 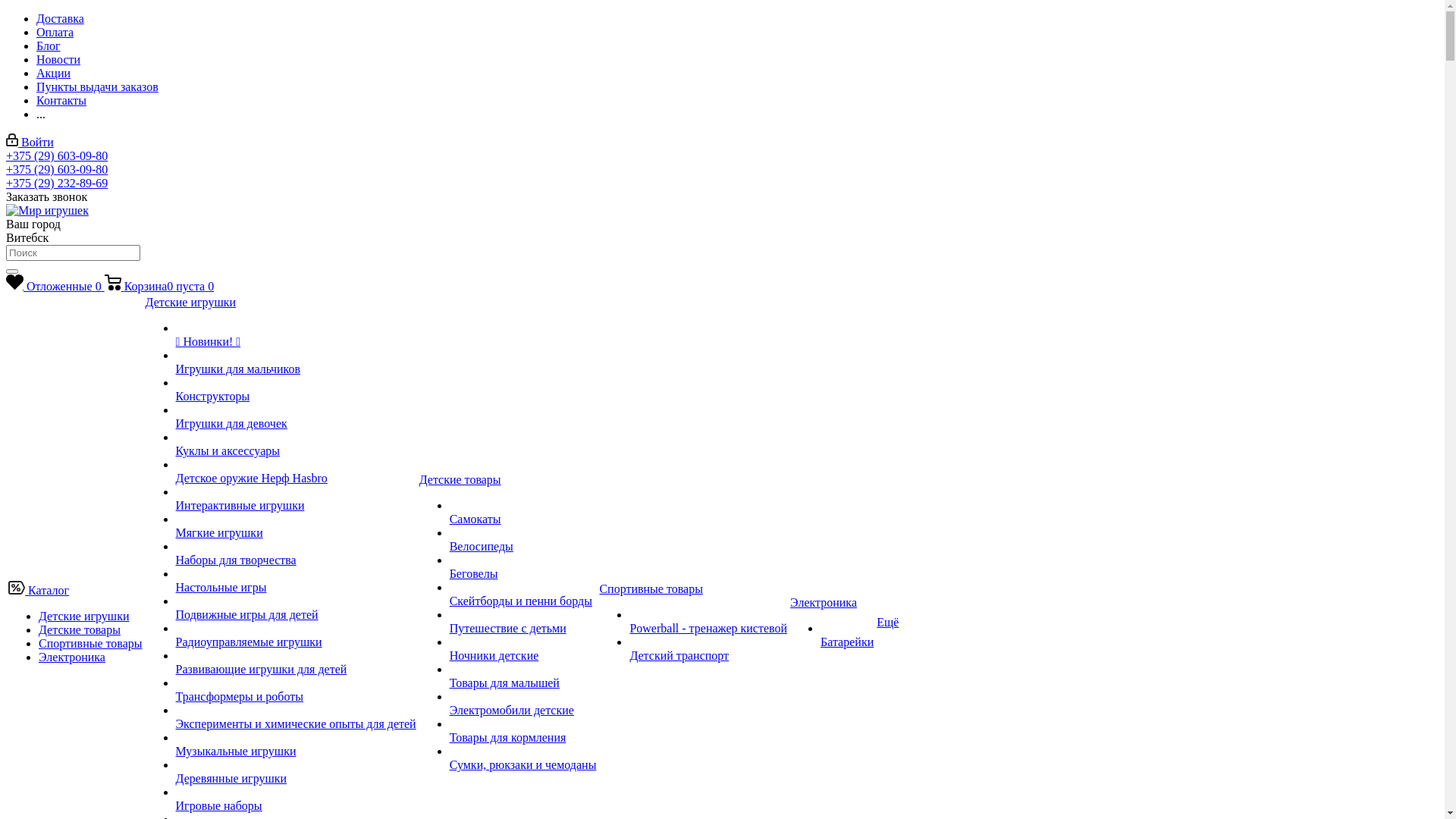 What do you see at coordinates (6, 169) in the screenshot?
I see `'+375 (29) 603-09-80'` at bounding box center [6, 169].